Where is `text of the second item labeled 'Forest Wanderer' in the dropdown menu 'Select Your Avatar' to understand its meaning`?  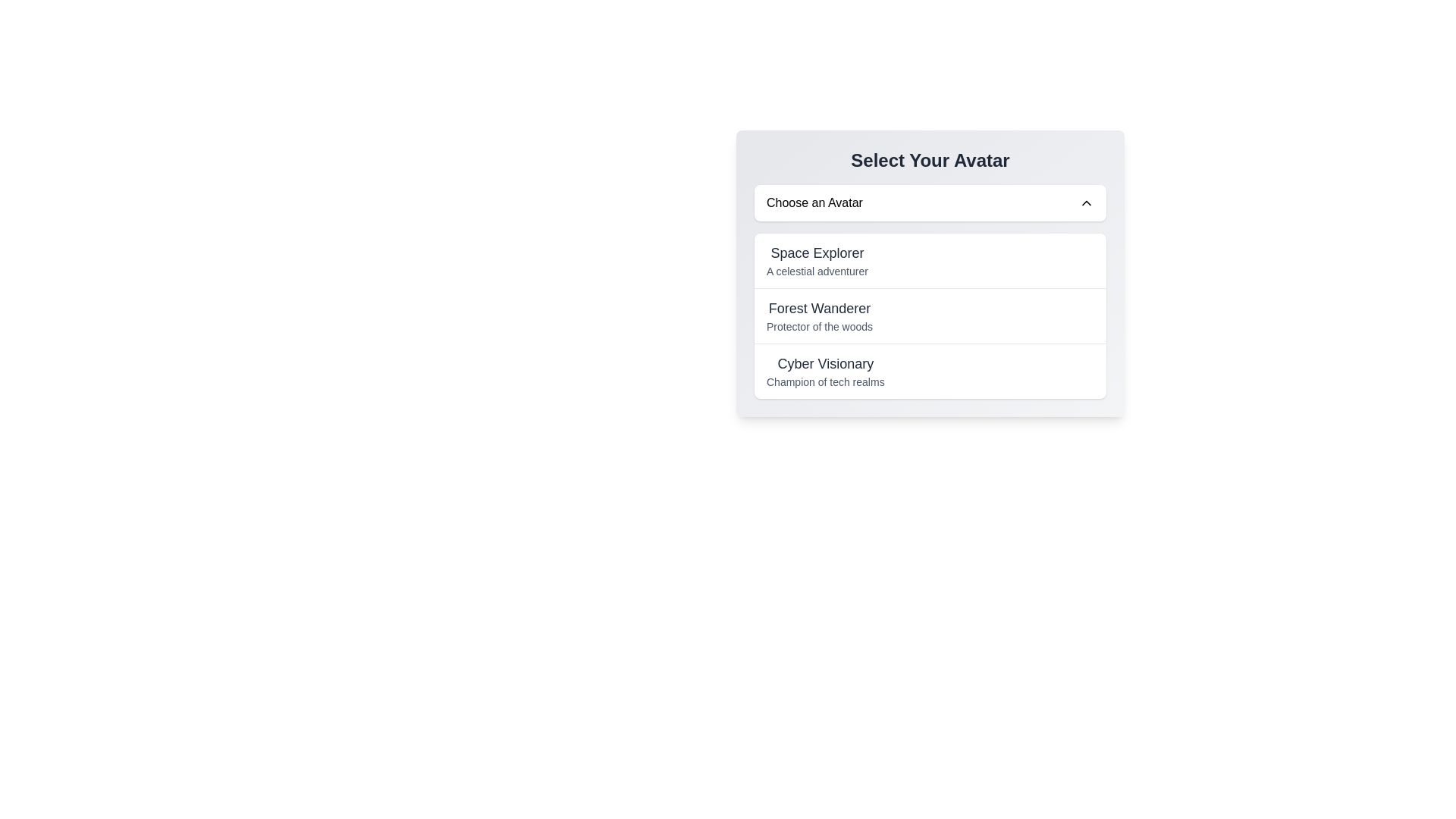
text of the second item labeled 'Forest Wanderer' in the dropdown menu 'Select Your Avatar' to understand its meaning is located at coordinates (818, 315).